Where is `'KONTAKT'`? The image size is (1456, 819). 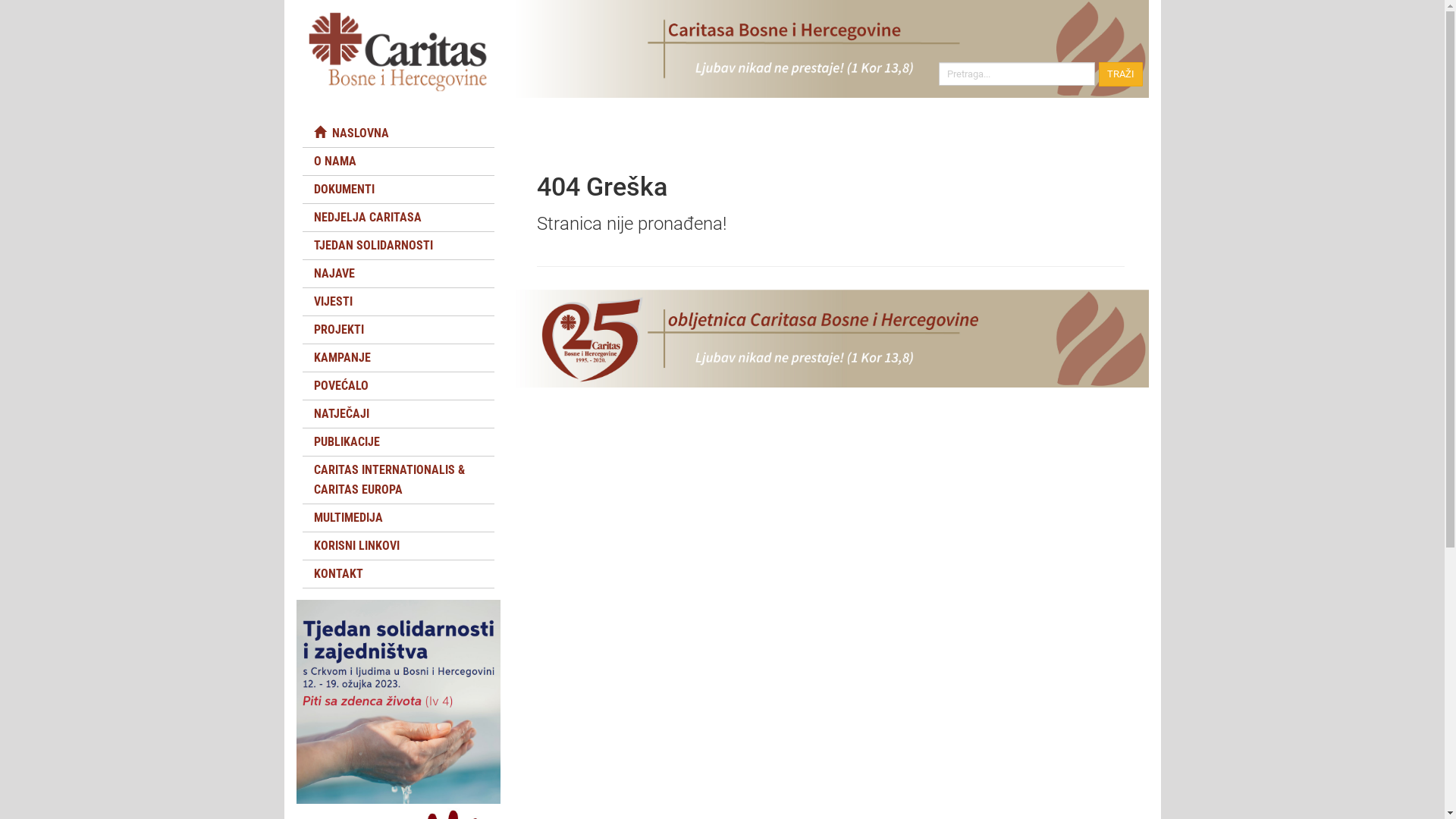
'KONTAKT' is located at coordinates (397, 573).